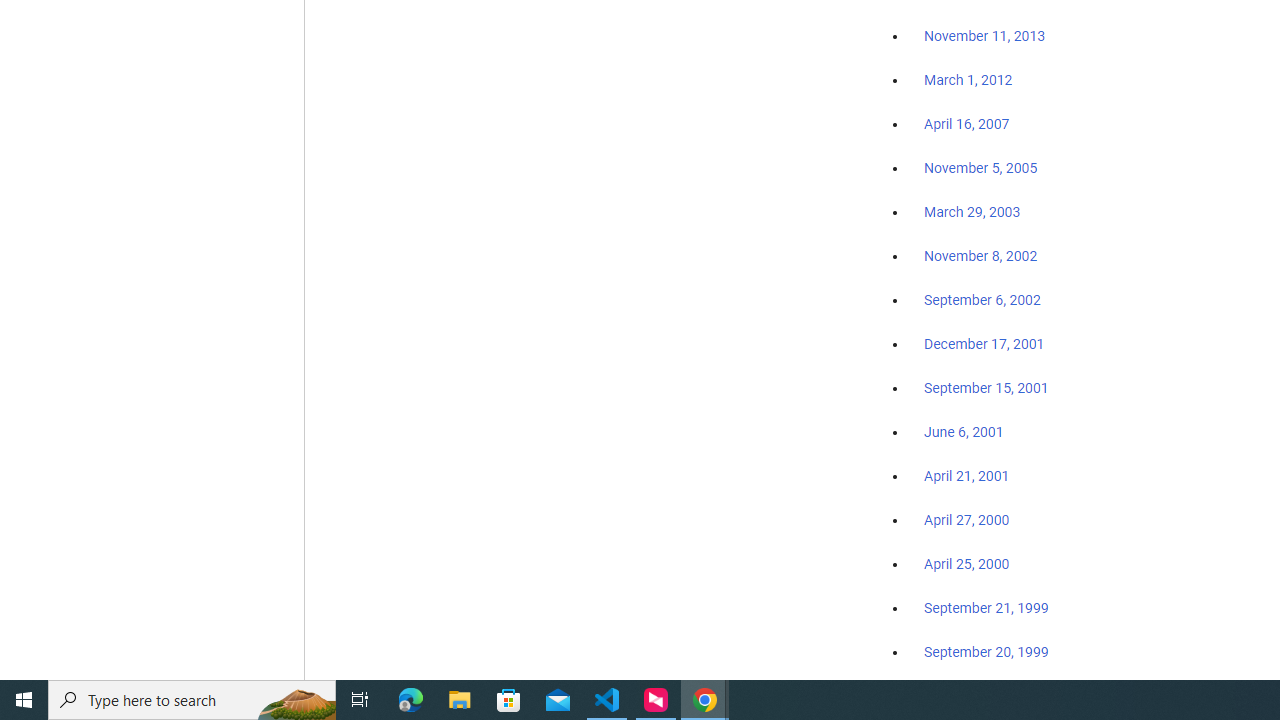 The height and width of the screenshot is (720, 1280). I want to click on 'June 6, 2001', so click(963, 431).